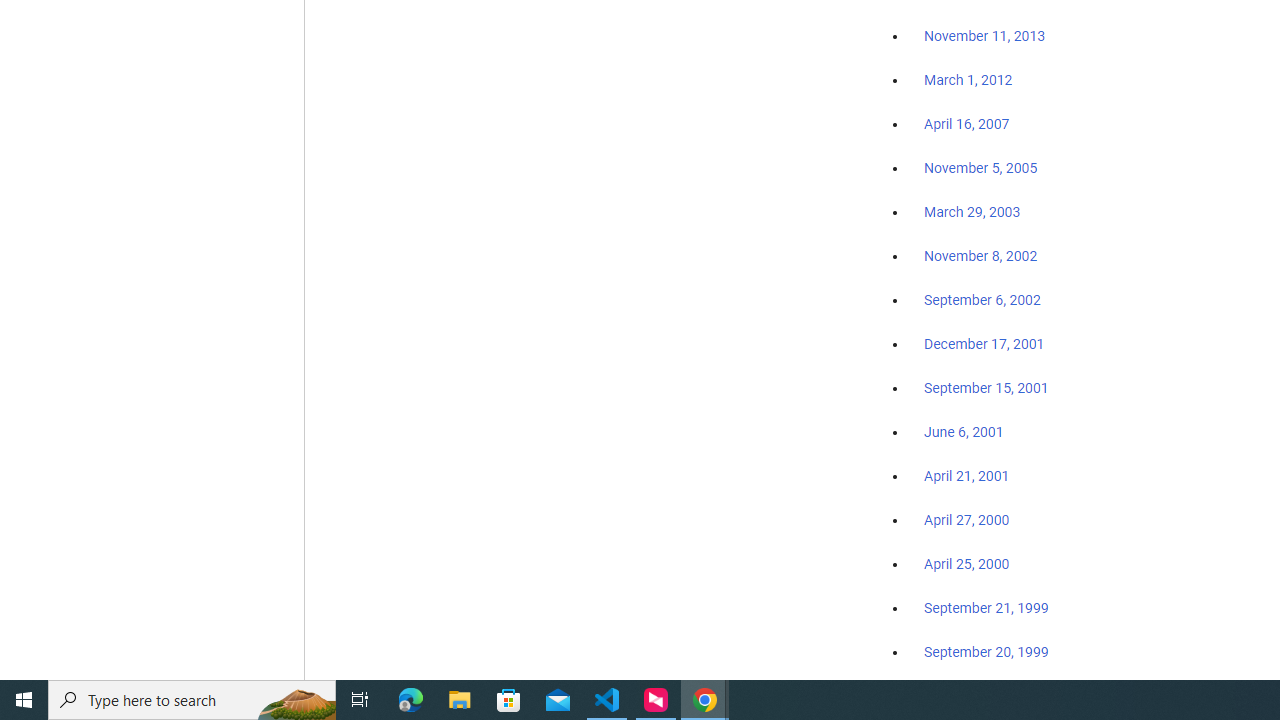 The height and width of the screenshot is (720, 1280). I want to click on 'June 6, 2001', so click(963, 431).